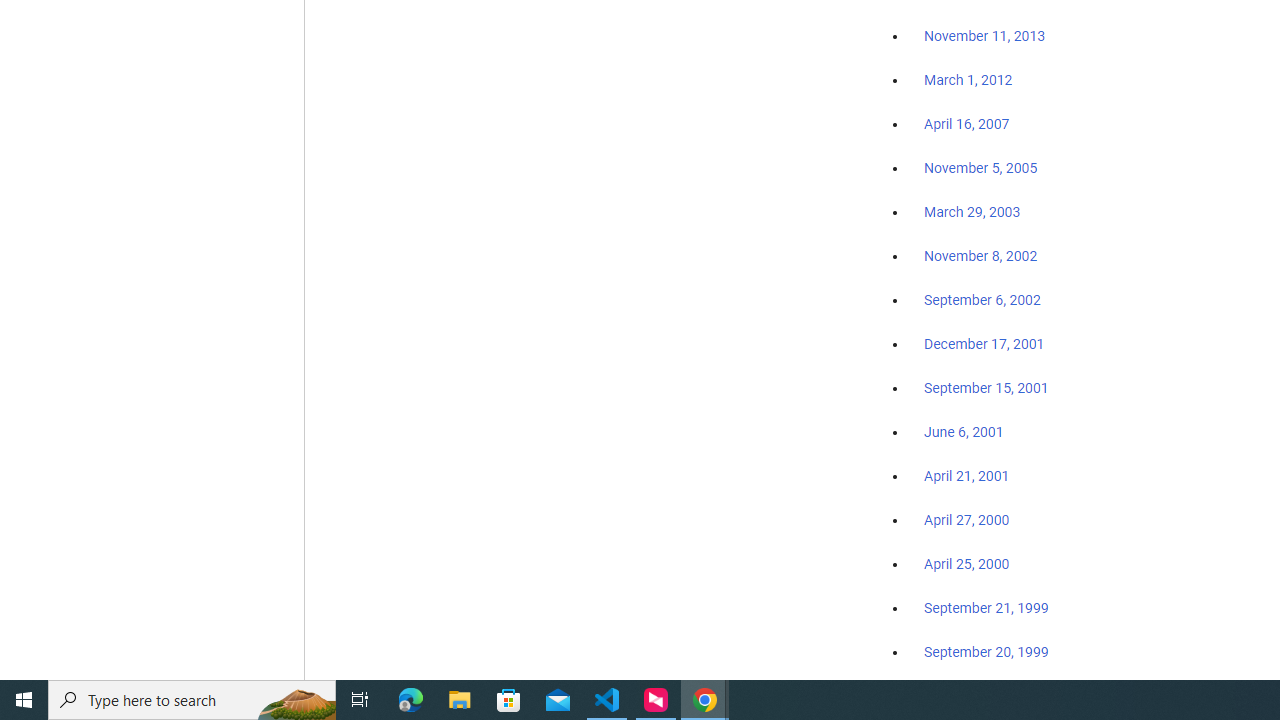 The height and width of the screenshot is (720, 1280). I want to click on 'June 6, 2001', so click(963, 431).